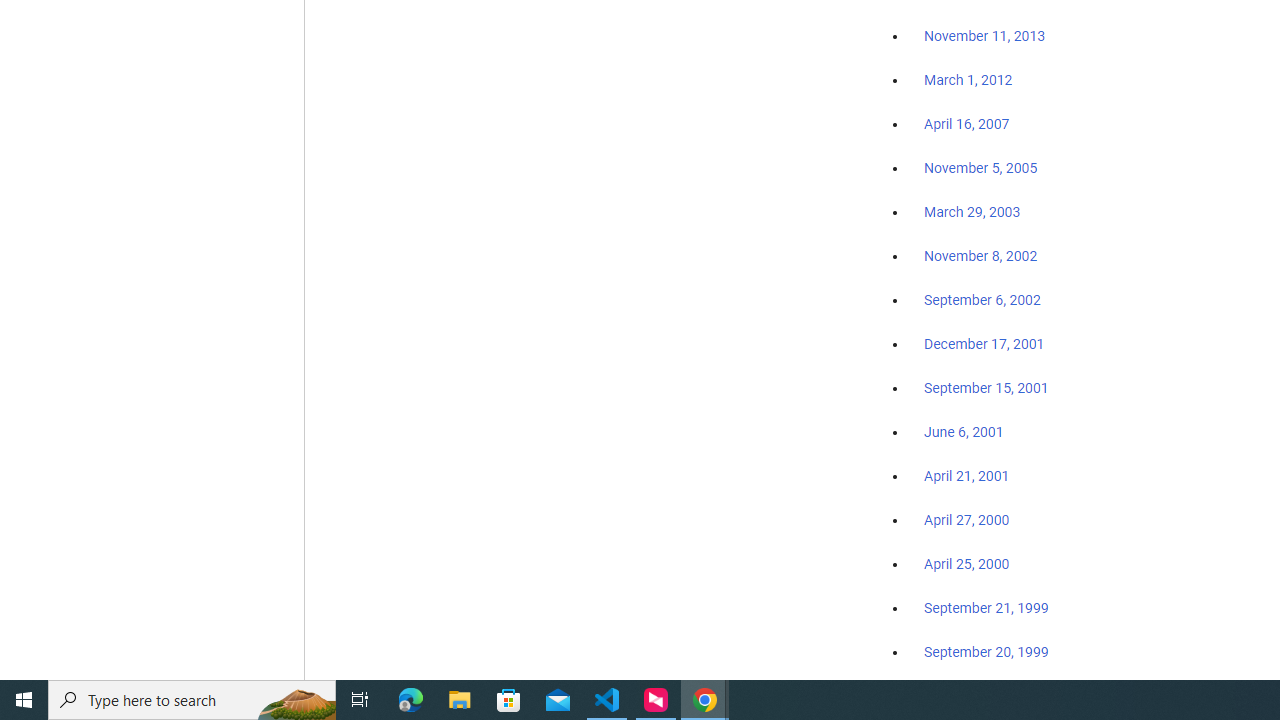 The height and width of the screenshot is (720, 1280). I want to click on 'June 6, 2001', so click(963, 431).